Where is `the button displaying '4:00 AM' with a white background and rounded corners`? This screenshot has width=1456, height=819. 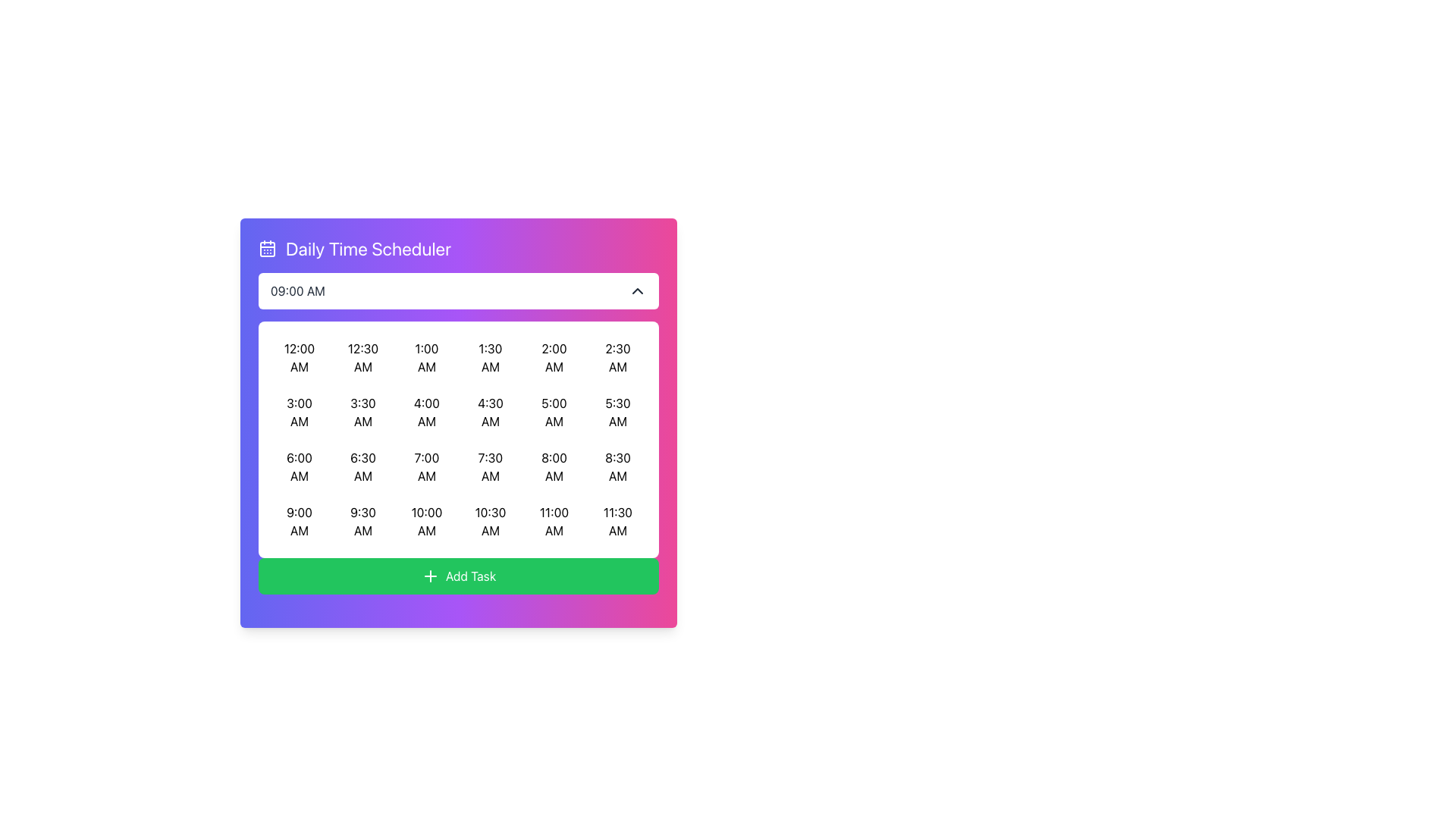 the button displaying '4:00 AM' with a white background and rounded corners is located at coordinates (425, 412).